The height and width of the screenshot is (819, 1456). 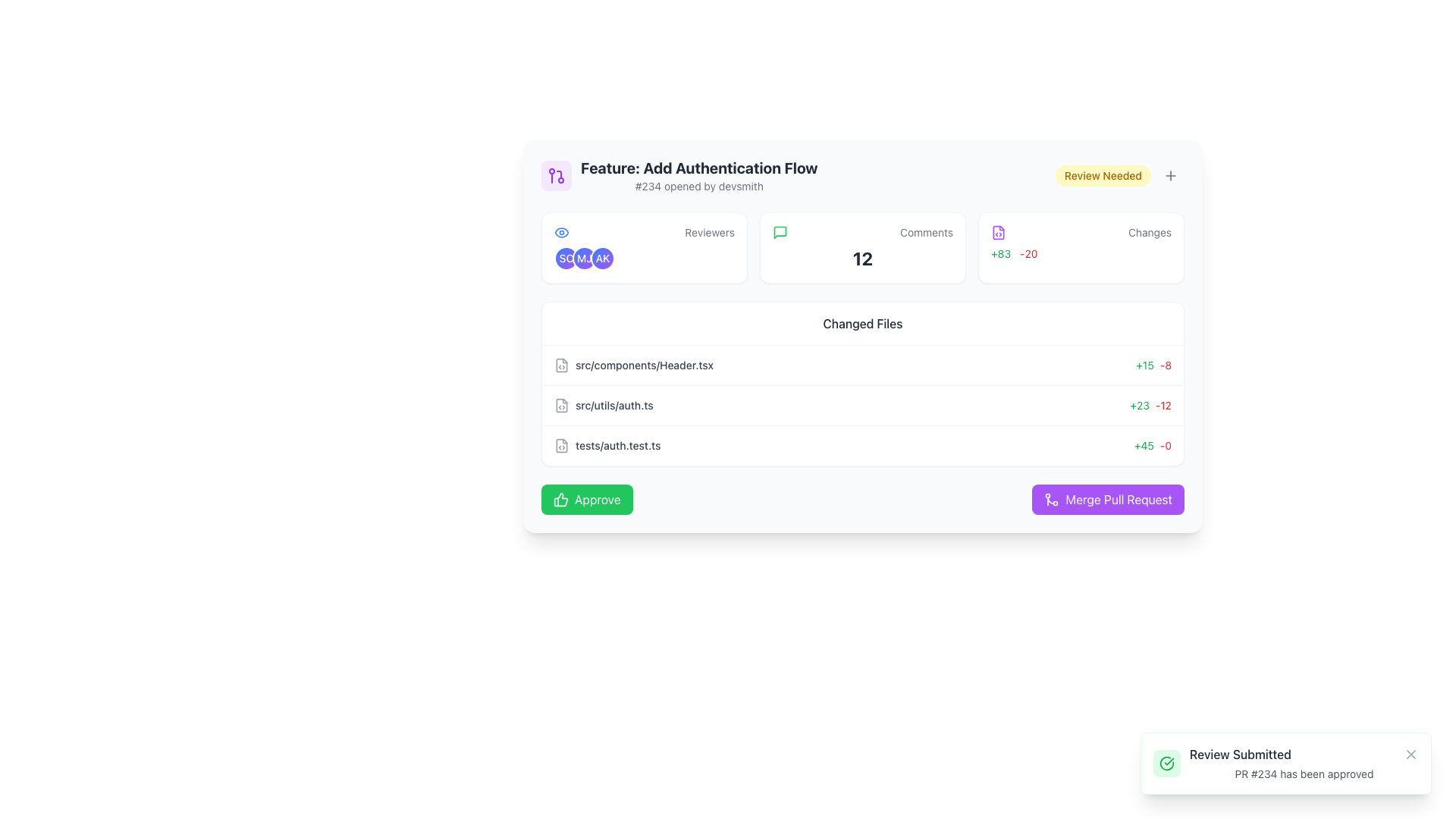 What do you see at coordinates (926, 233) in the screenshot?
I see `the text label displaying 'Comments', which is styled in gray and located to the right of a green speech bubble icon in the header area` at bounding box center [926, 233].